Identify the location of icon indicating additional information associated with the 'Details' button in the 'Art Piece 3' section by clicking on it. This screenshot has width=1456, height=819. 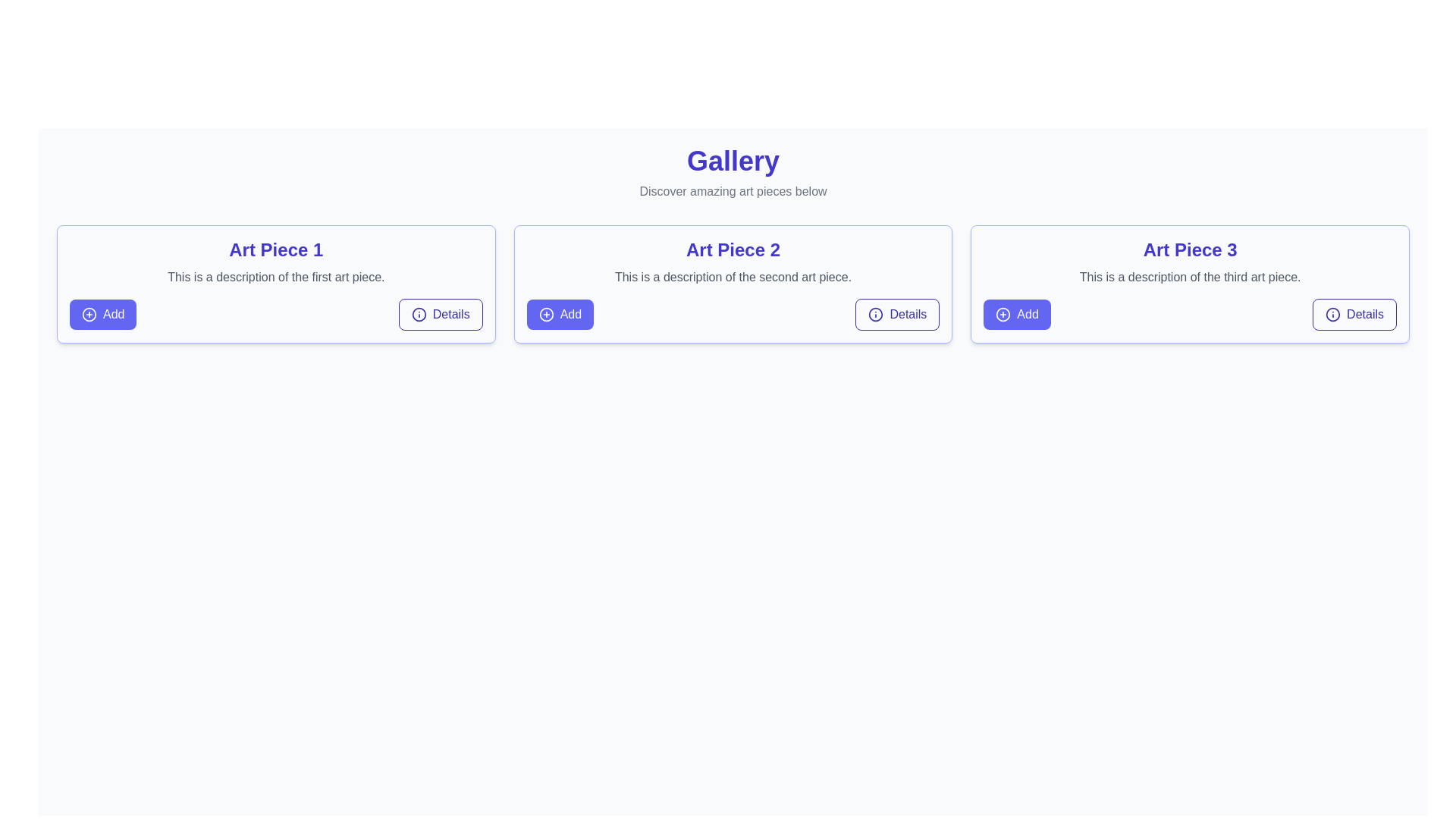
(1332, 314).